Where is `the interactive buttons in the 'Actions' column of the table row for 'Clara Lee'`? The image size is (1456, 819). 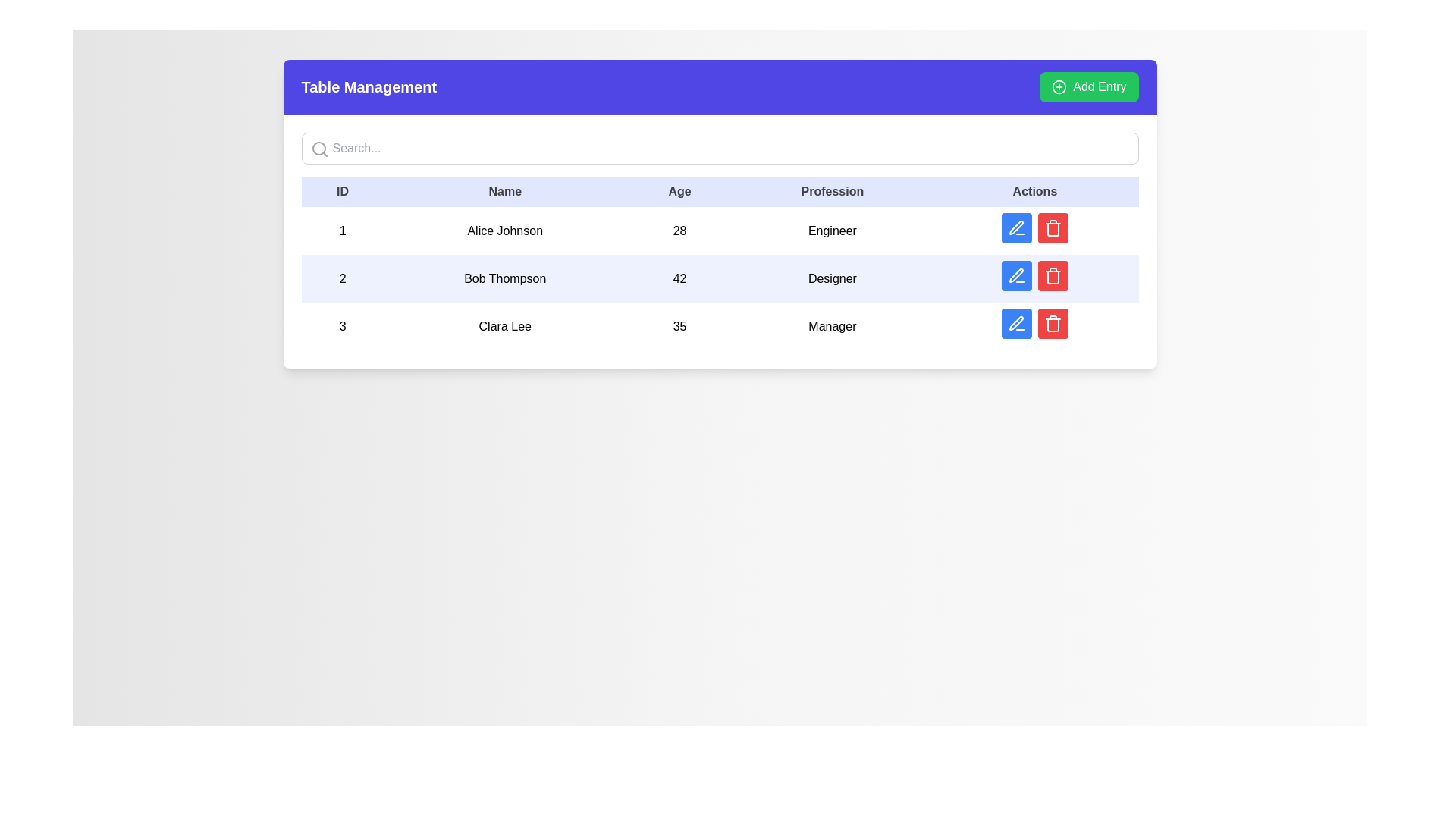 the interactive buttons in the 'Actions' column of the table row for 'Clara Lee' is located at coordinates (1034, 325).